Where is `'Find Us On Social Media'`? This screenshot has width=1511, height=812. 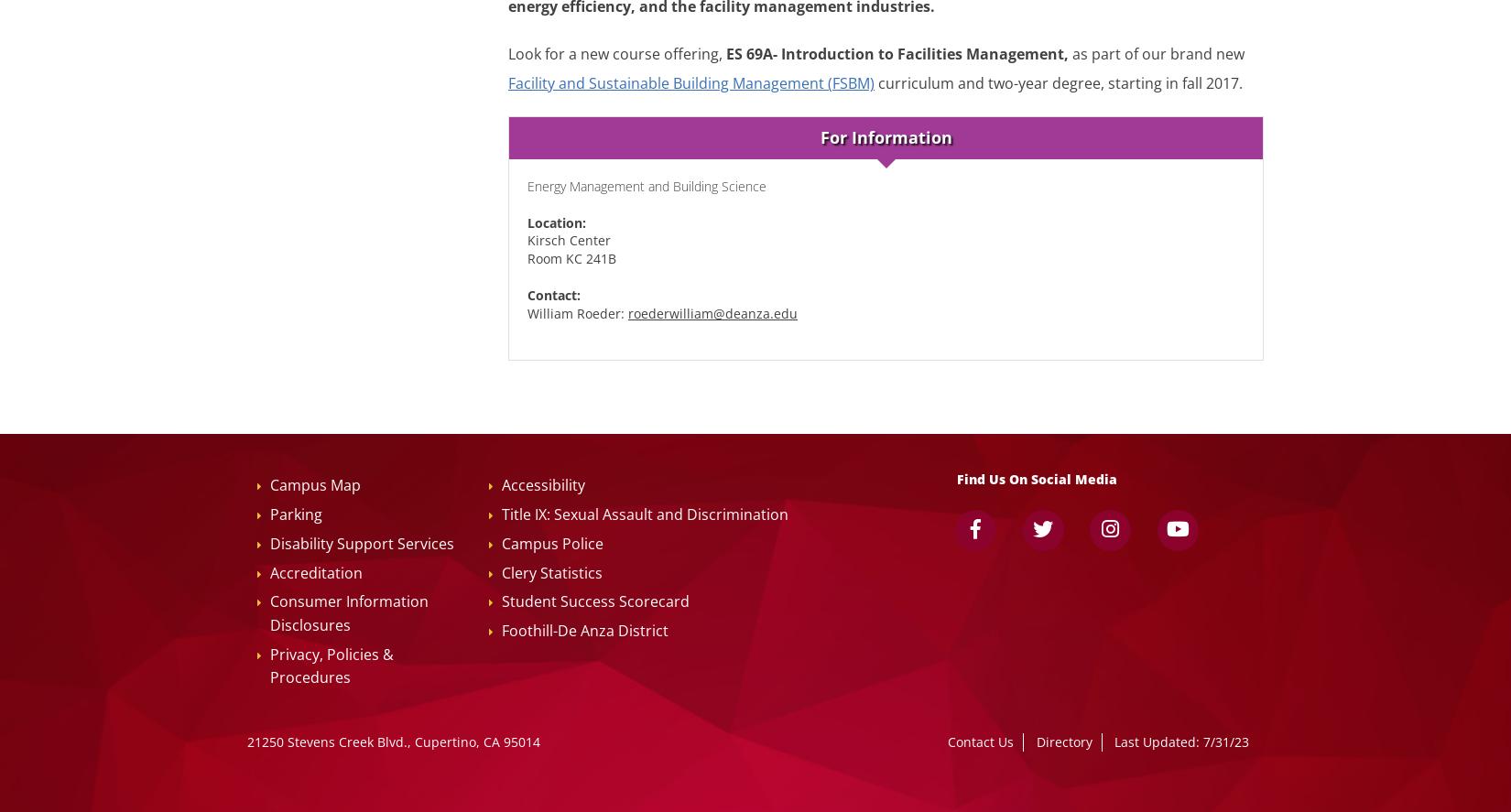
'Find Us On Social Media' is located at coordinates (1037, 479).